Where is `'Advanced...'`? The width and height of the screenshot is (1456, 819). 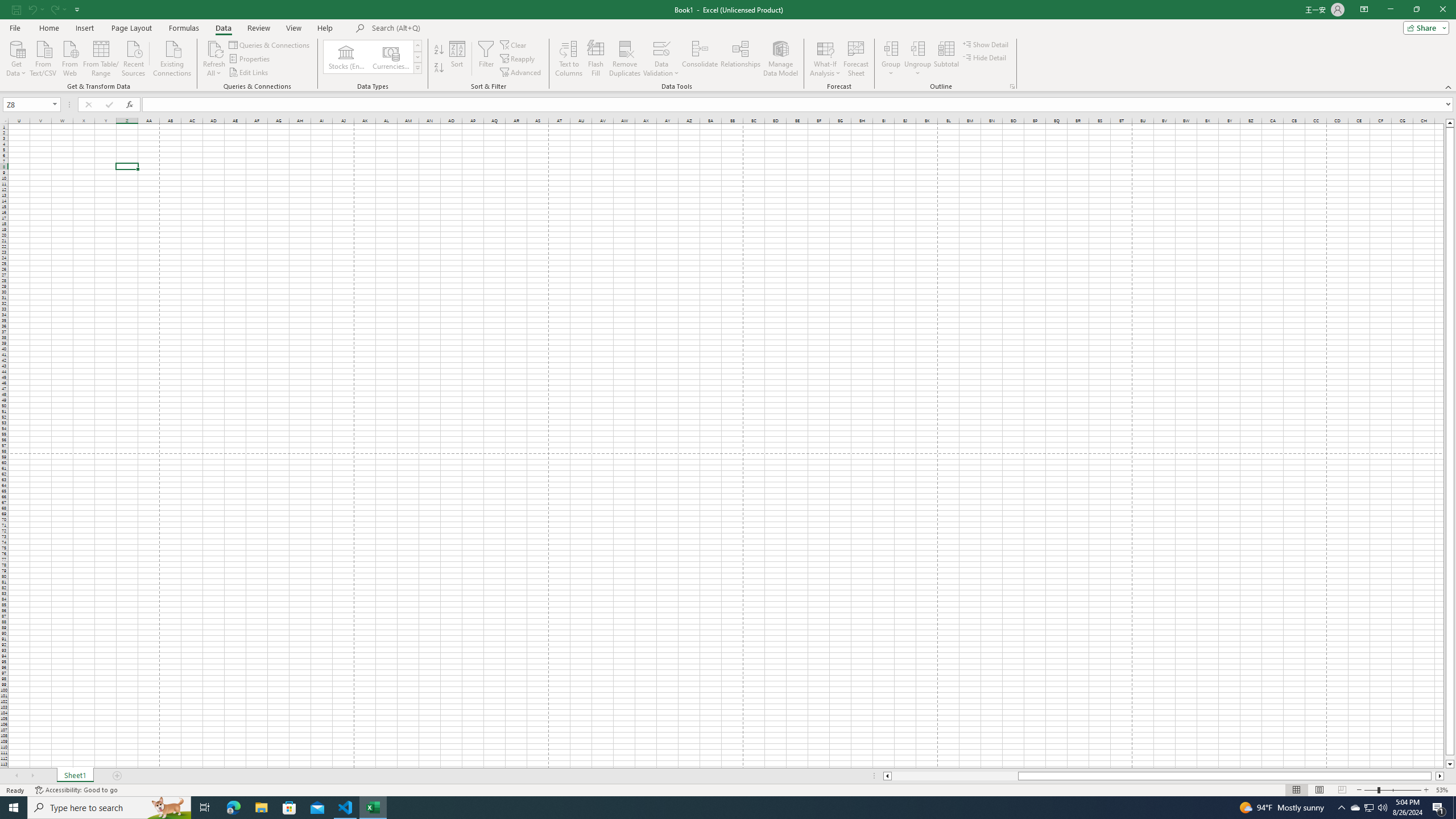
'Advanced...' is located at coordinates (521, 72).